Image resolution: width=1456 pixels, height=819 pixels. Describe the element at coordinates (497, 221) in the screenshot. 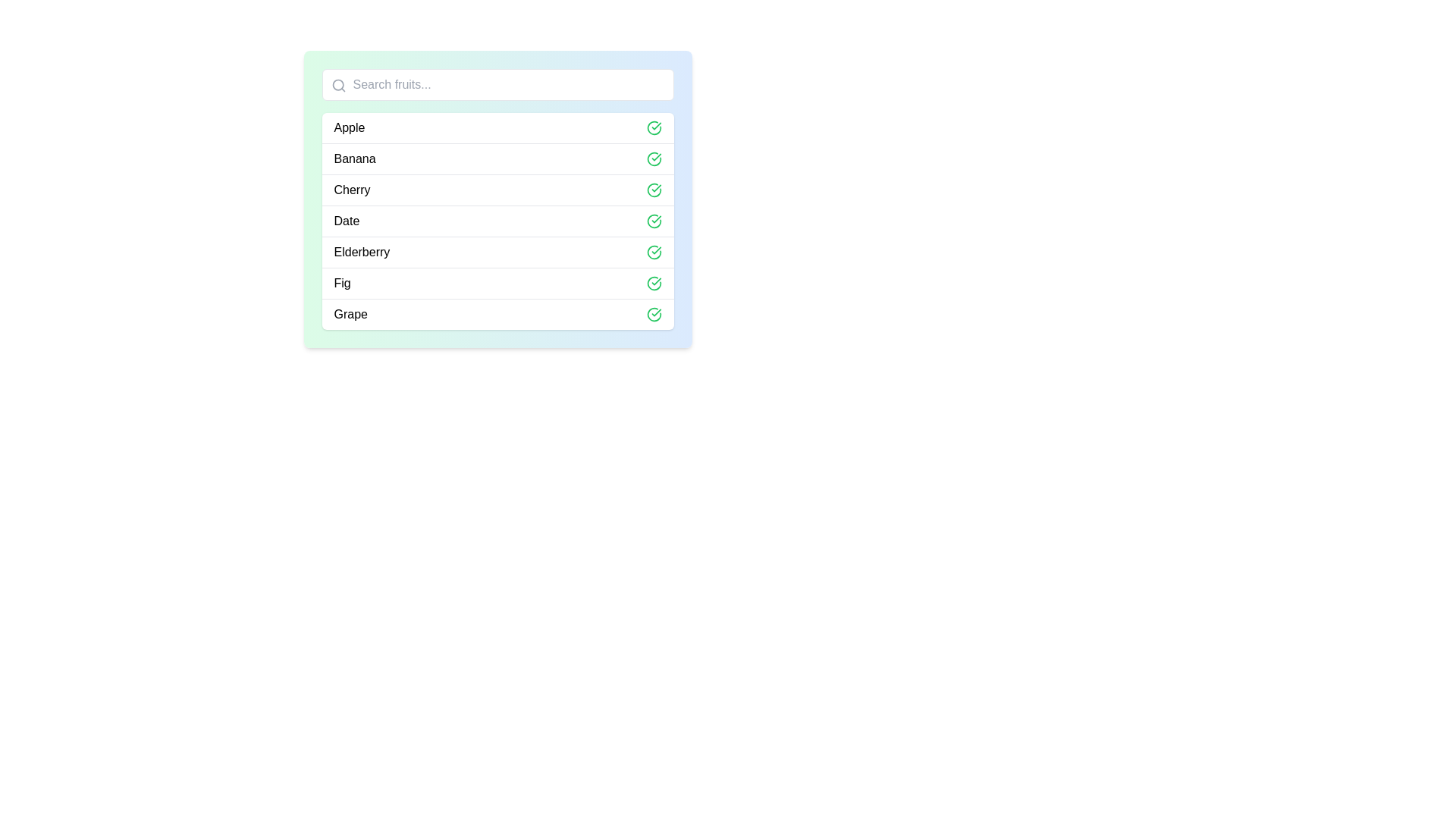

I see `the selectable list option labeled 'Date', which is currently selected` at that location.